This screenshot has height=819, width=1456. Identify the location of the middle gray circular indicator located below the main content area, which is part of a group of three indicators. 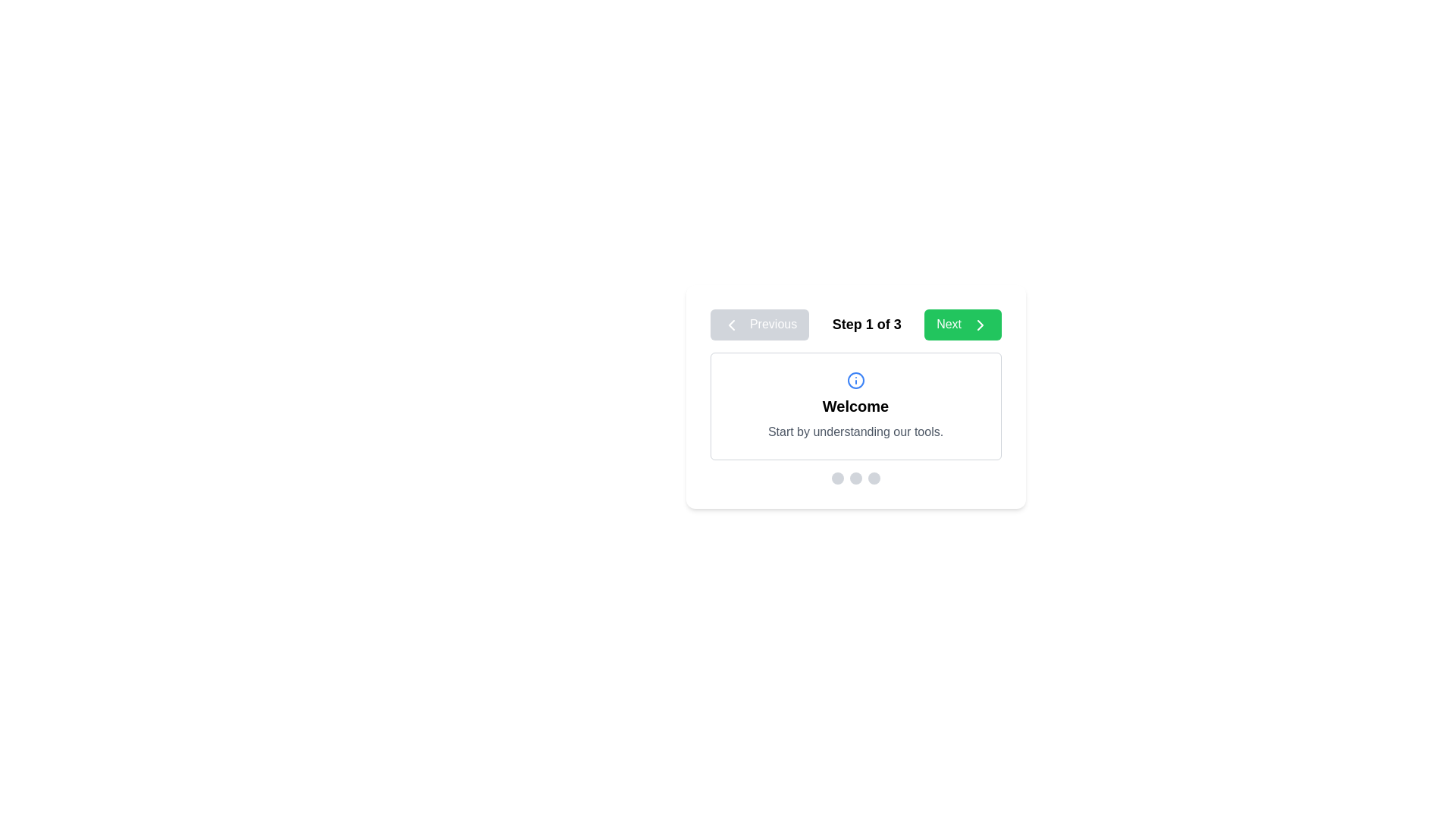
(855, 478).